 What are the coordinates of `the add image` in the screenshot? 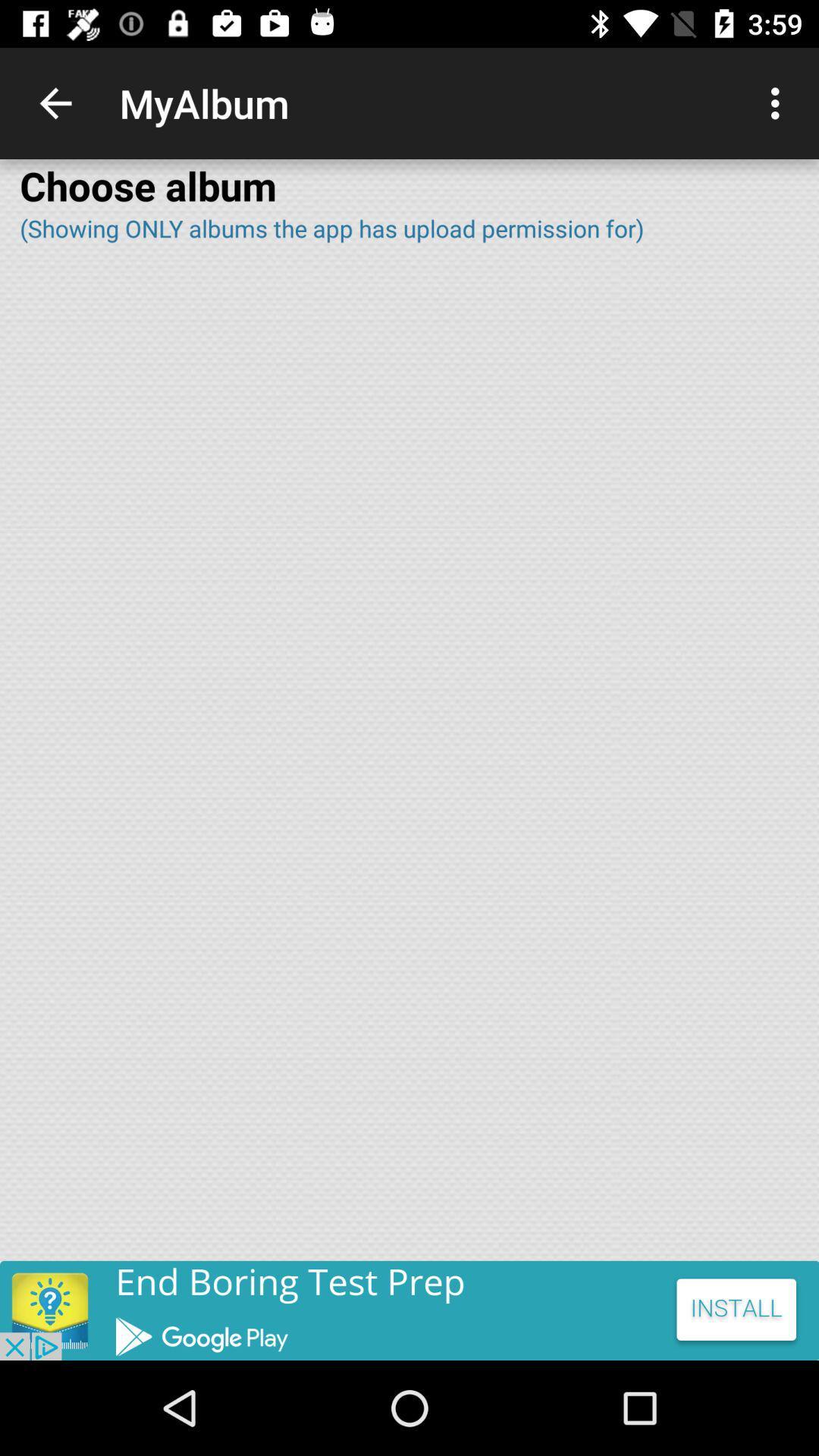 It's located at (409, 1310).